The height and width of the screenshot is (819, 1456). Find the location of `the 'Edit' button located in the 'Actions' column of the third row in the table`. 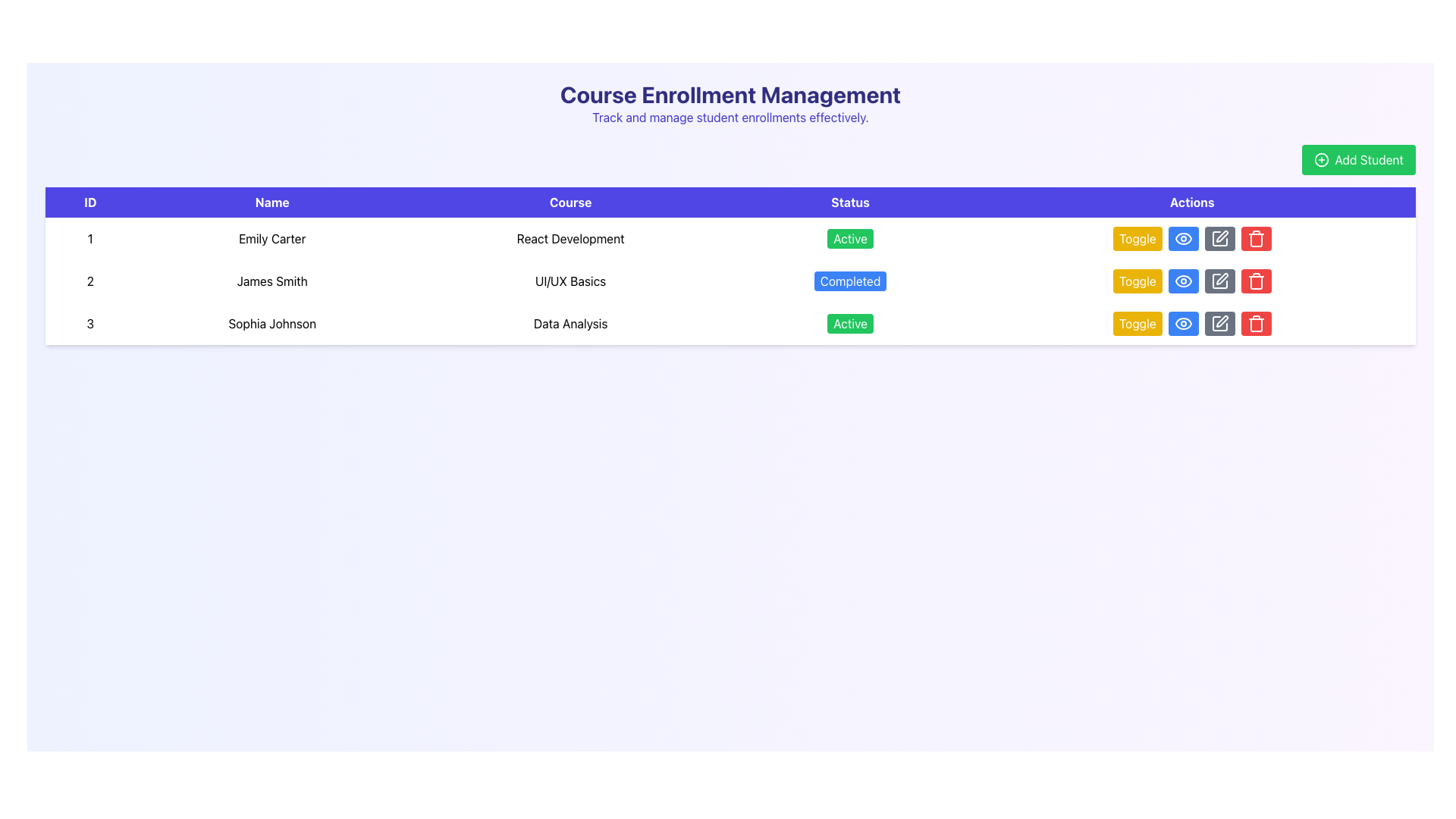

the 'Edit' button located in the 'Actions' column of the third row in the table is located at coordinates (1219, 239).